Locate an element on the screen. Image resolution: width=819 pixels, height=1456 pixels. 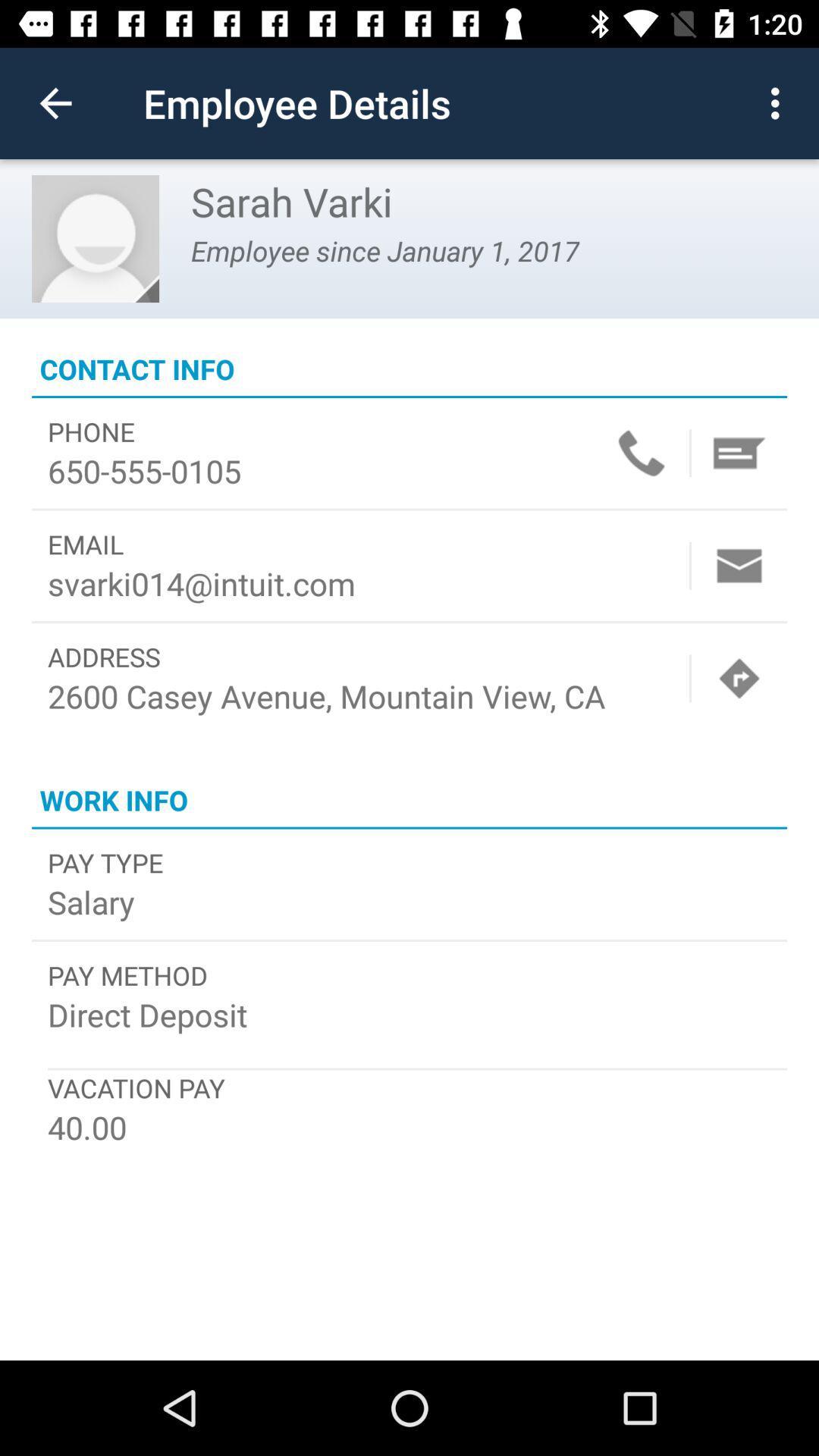
message option is located at coordinates (739, 452).